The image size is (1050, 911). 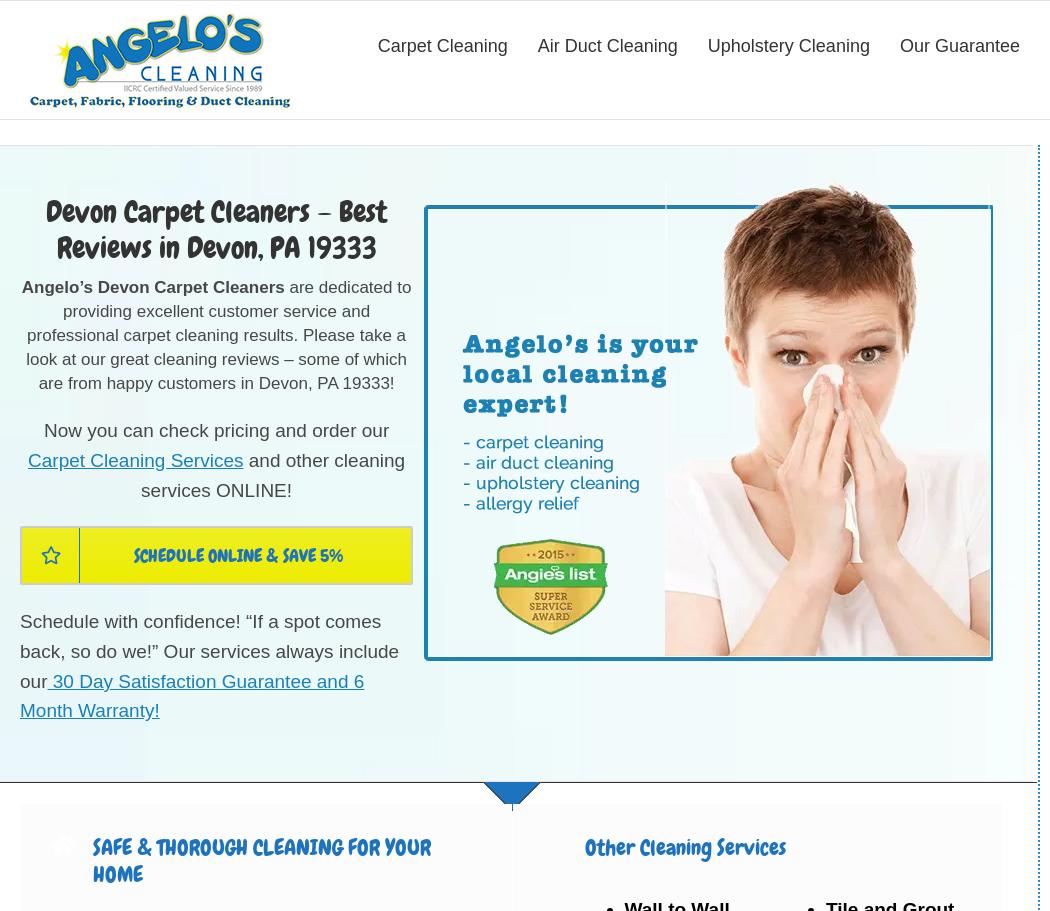 What do you see at coordinates (19, 650) in the screenshot?
I see `'Schedule with confidence! “If a spot comes back, so do we!” Our services always include our'` at bounding box center [19, 650].